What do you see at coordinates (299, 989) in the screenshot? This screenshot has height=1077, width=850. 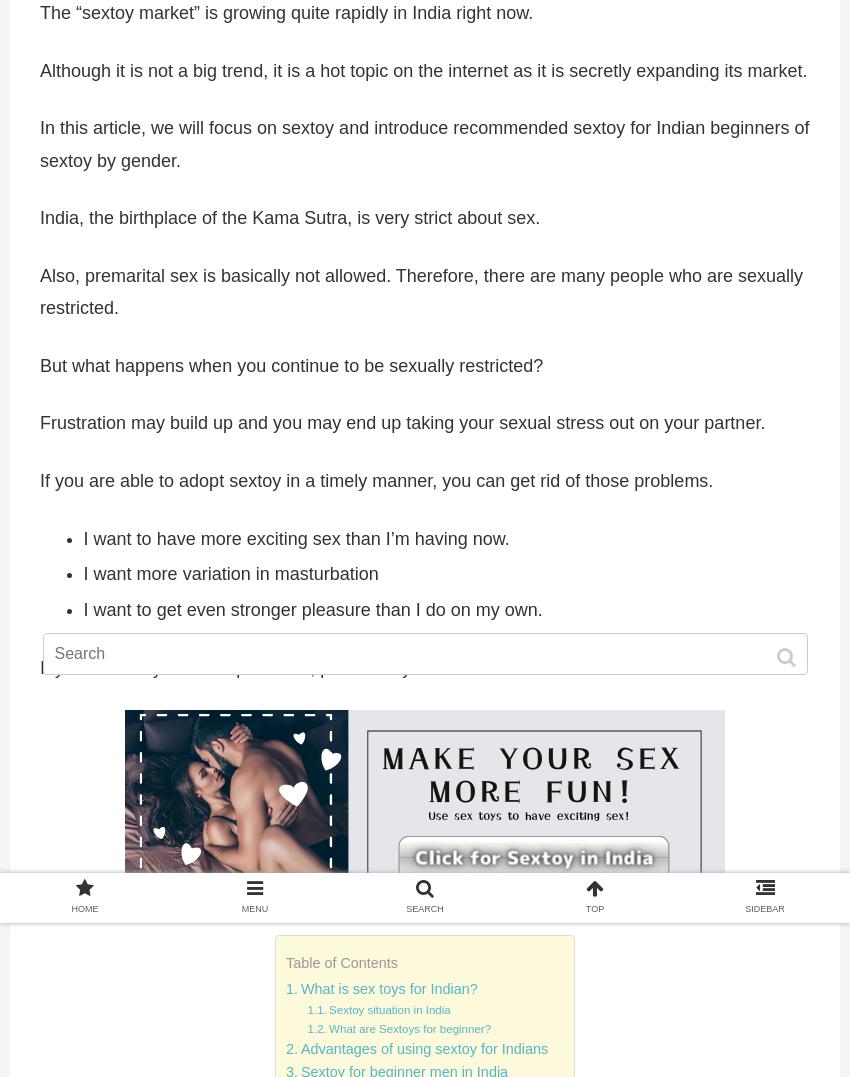 I see `'What is sex toys for Indian?'` at bounding box center [299, 989].